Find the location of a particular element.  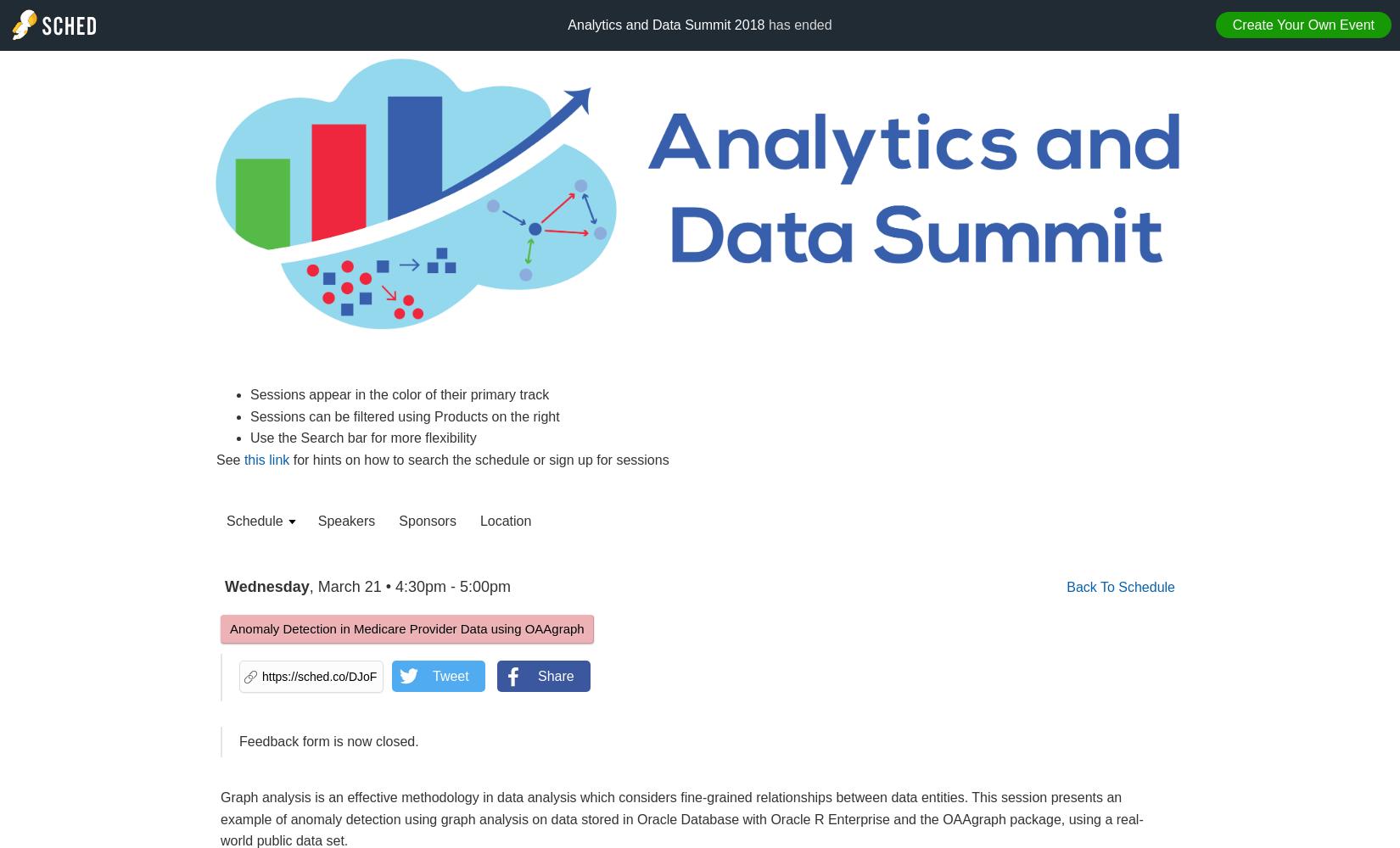

'Sessions appear in the color of their primary track' is located at coordinates (399, 393).